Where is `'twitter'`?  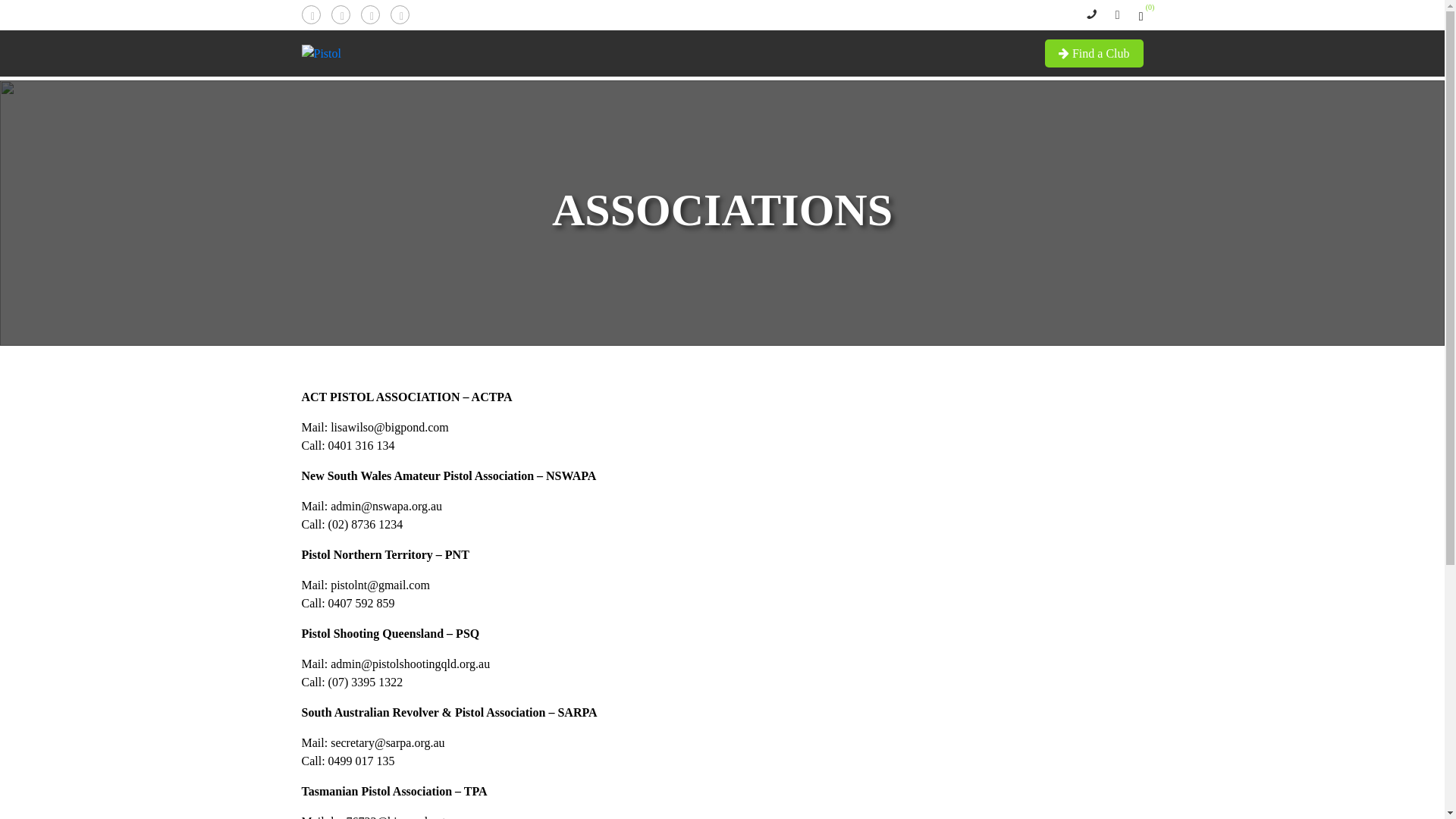
'twitter' is located at coordinates (339, 14).